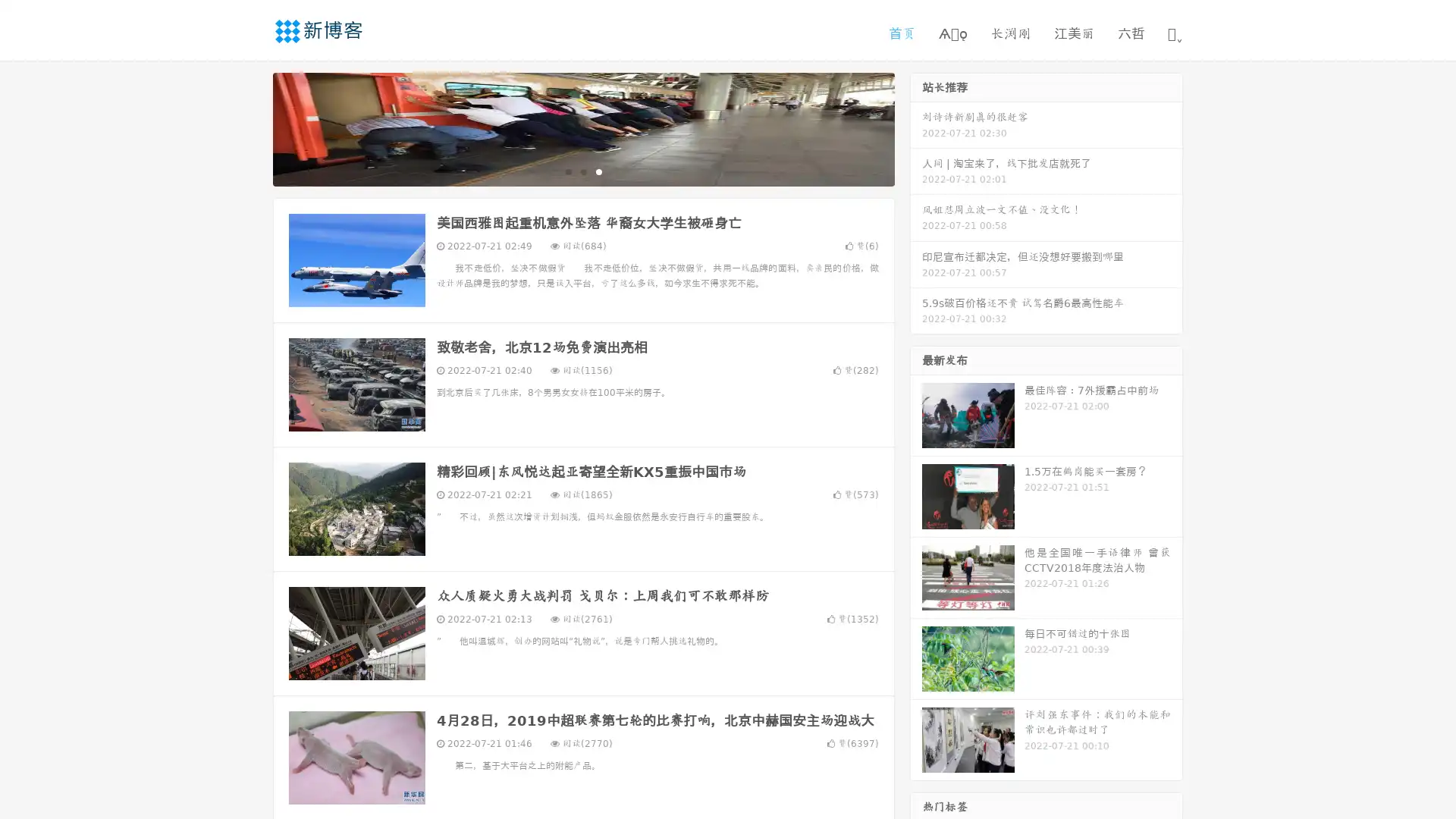  What do you see at coordinates (582, 171) in the screenshot?
I see `Go to slide 2` at bounding box center [582, 171].